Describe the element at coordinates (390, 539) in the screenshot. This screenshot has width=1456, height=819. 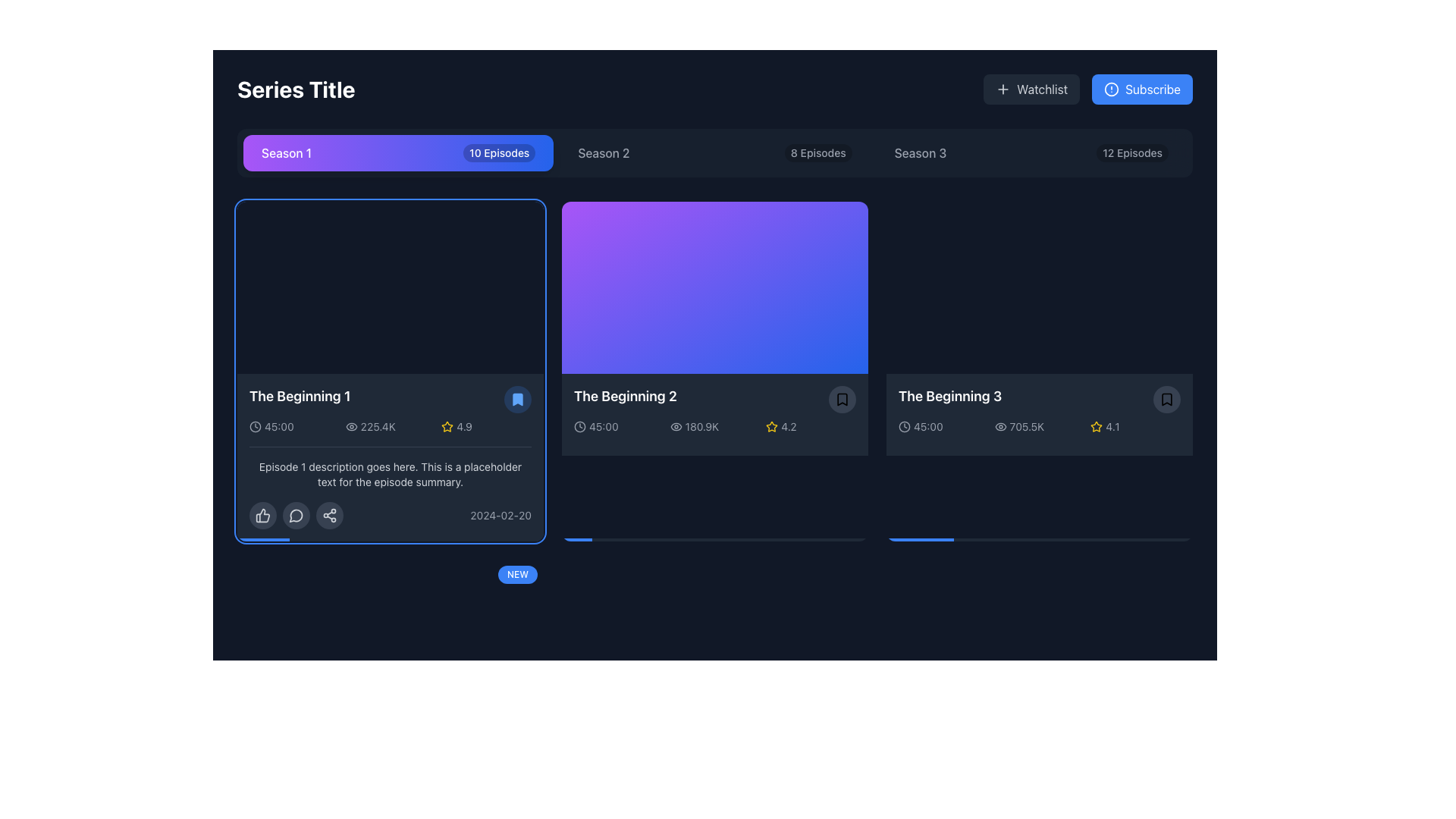
I see `the progress bar located at the bottom of the card-like component that visually represents playback progress` at that location.